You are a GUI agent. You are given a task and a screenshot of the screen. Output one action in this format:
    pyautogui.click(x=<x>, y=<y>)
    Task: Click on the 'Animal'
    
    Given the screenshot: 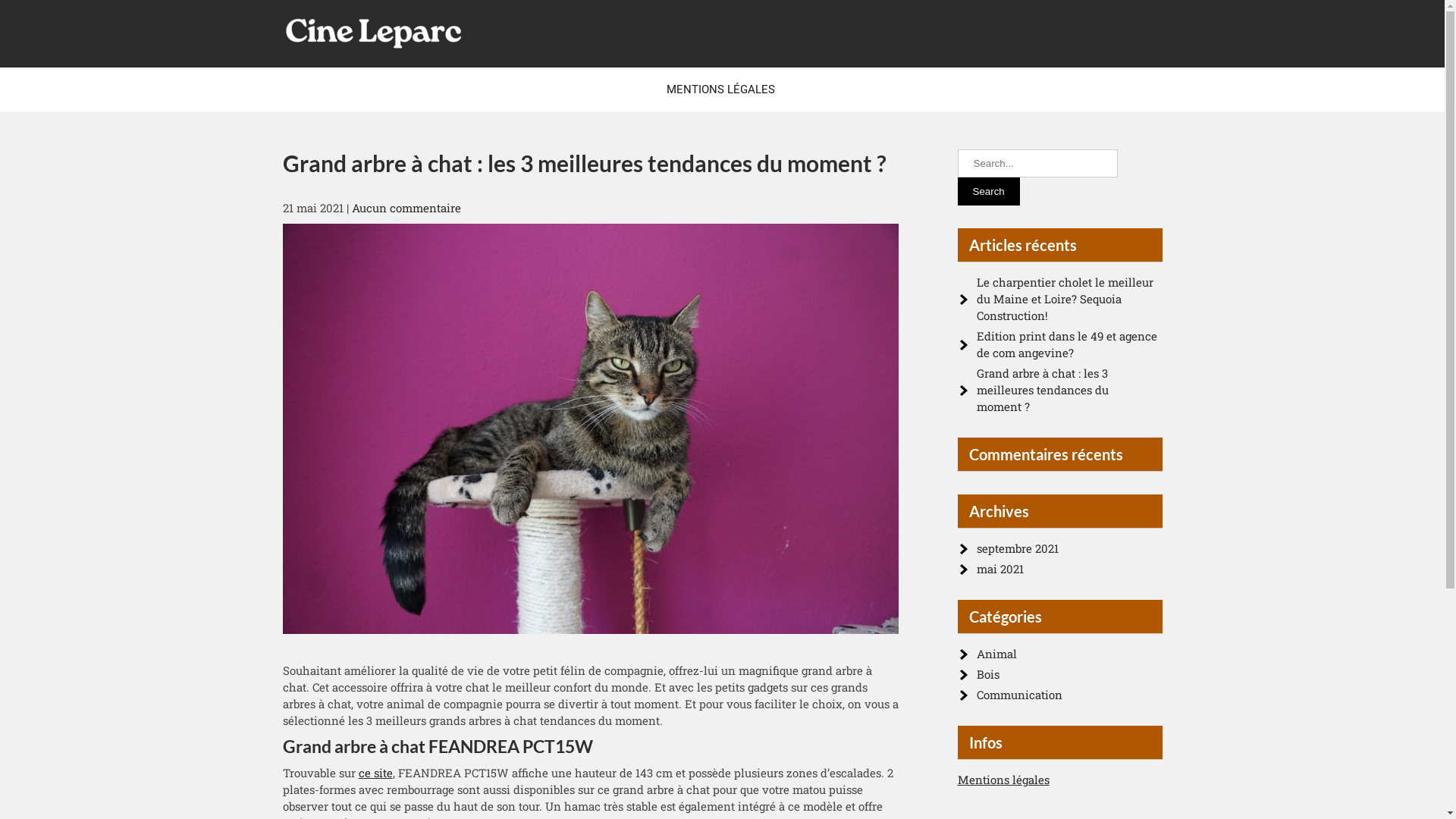 What is the action you would take?
    pyautogui.click(x=996, y=652)
    